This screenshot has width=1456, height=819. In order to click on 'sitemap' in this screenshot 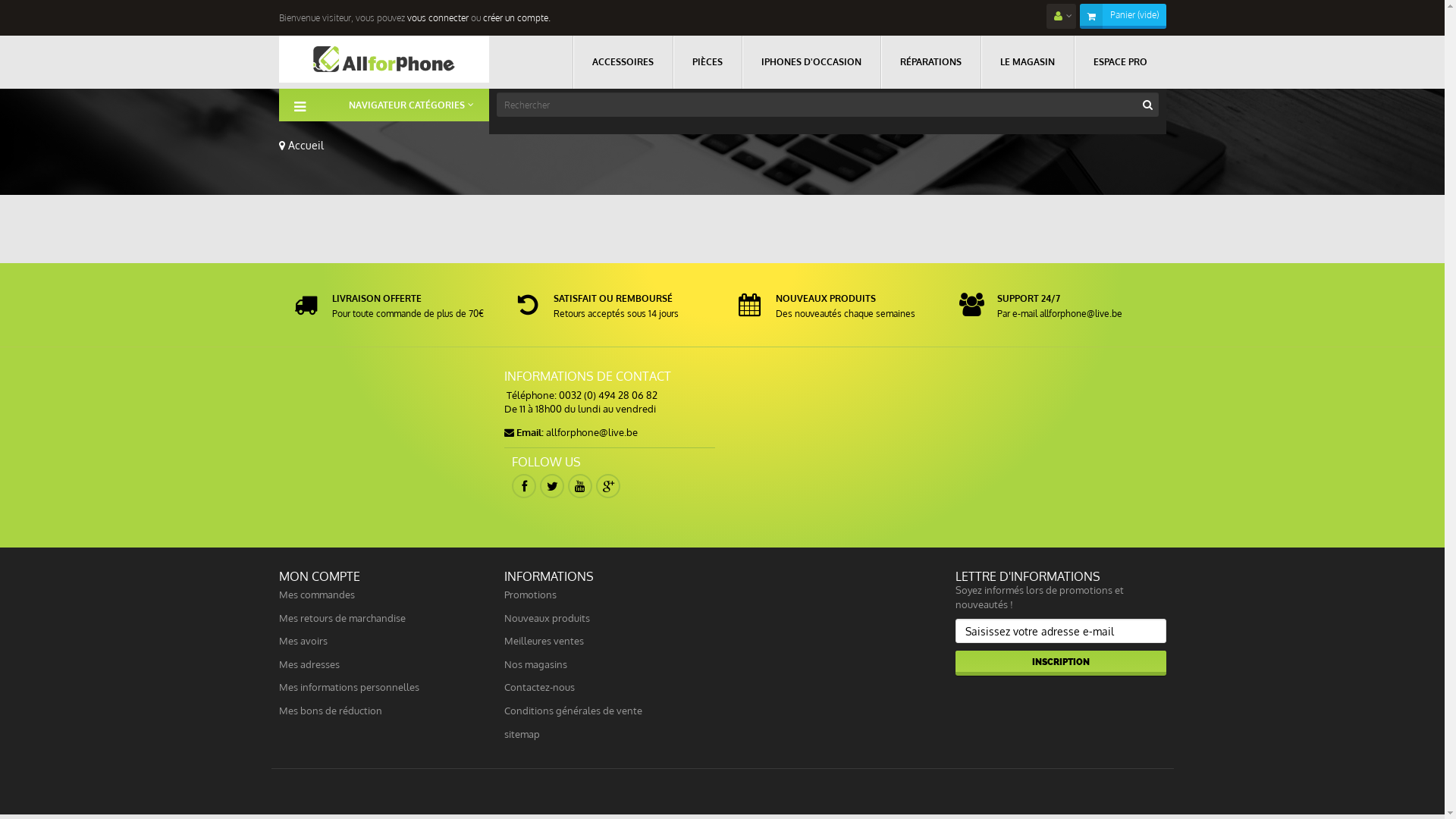, I will do `click(504, 733)`.